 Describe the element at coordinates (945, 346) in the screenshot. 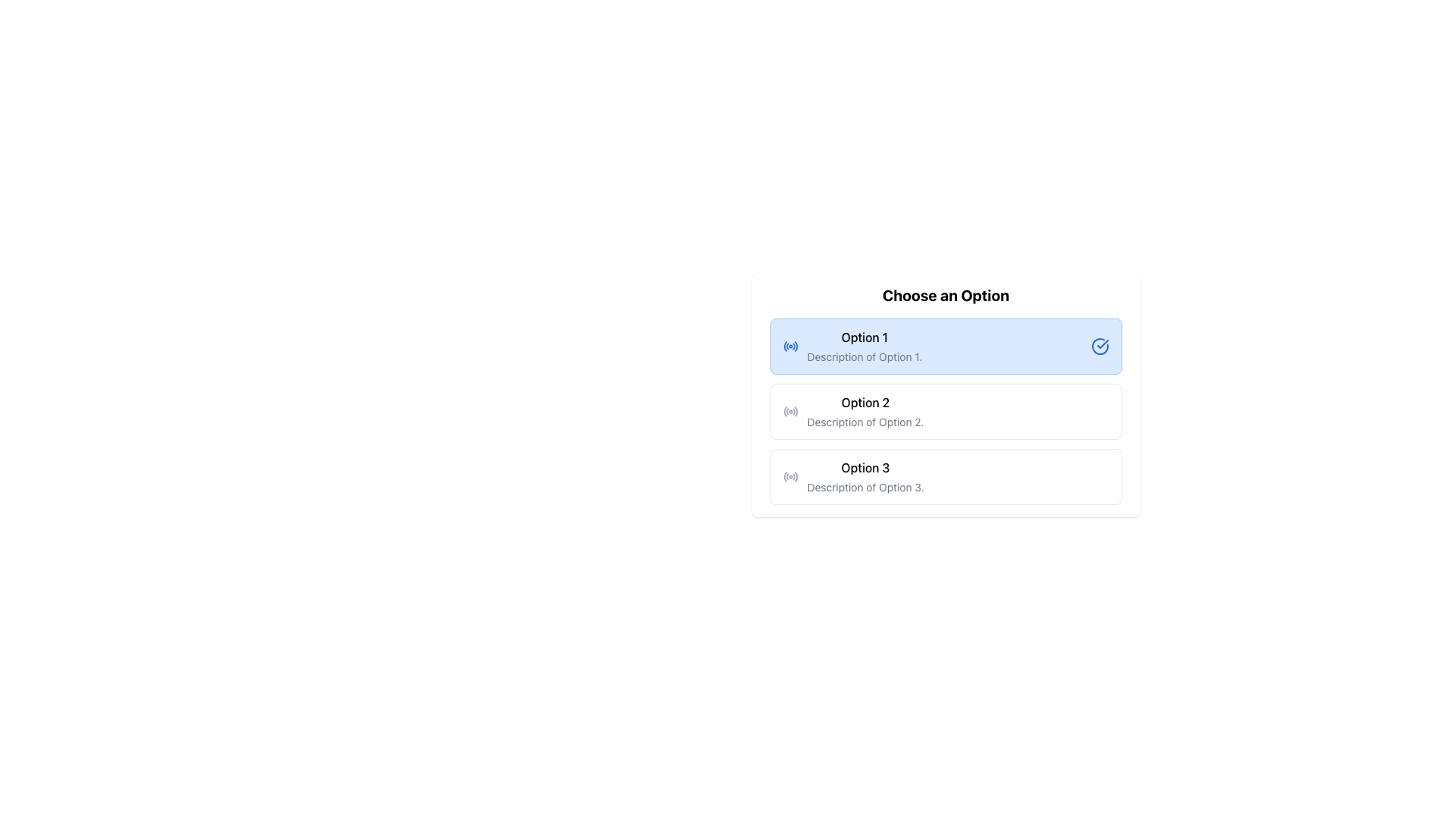

I see `the first Selection Option Box labeled 'Option 1'` at that location.